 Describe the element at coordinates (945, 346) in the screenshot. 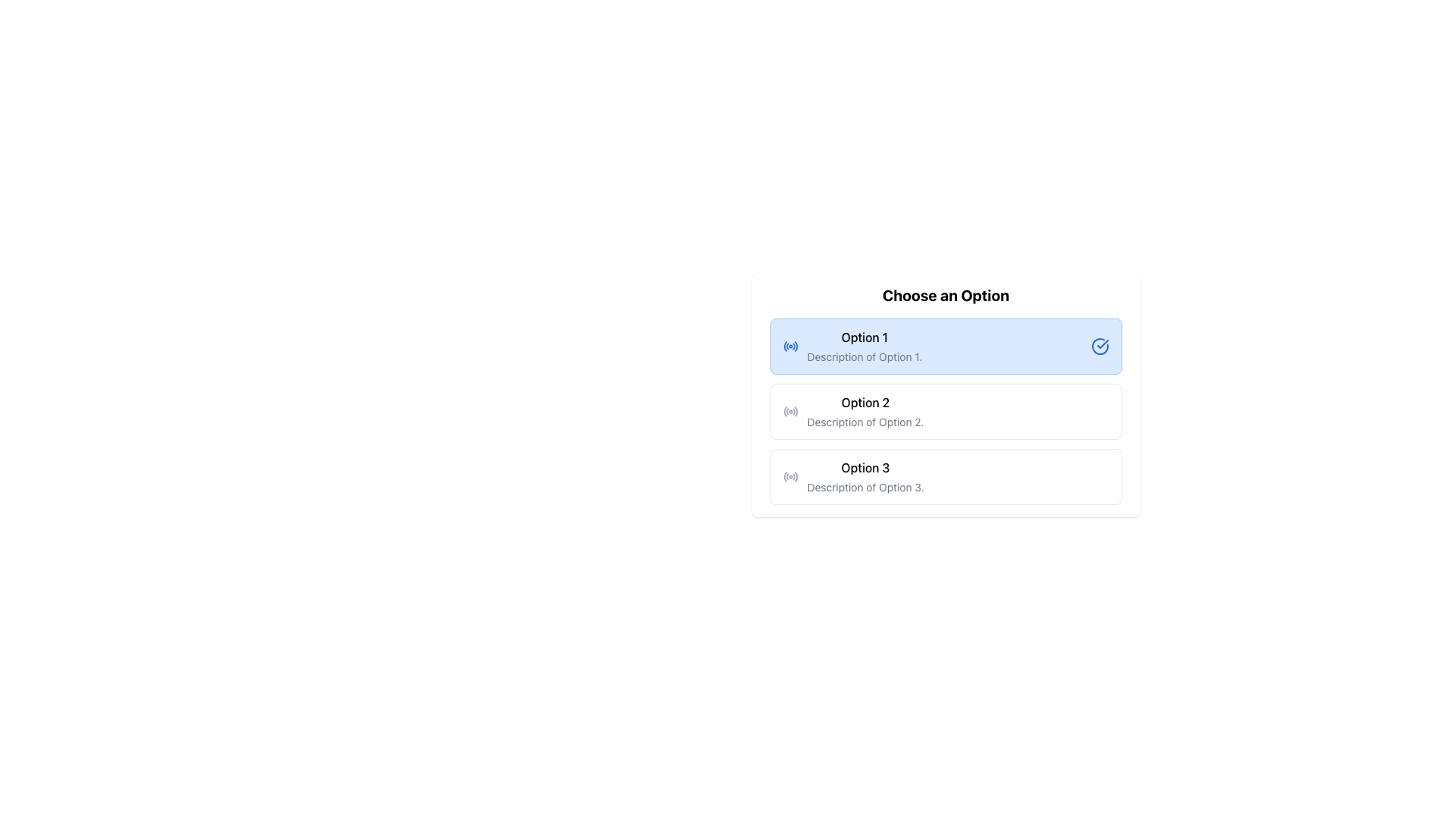

I see `the first Selection Option Box labeled 'Option 1'` at that location.